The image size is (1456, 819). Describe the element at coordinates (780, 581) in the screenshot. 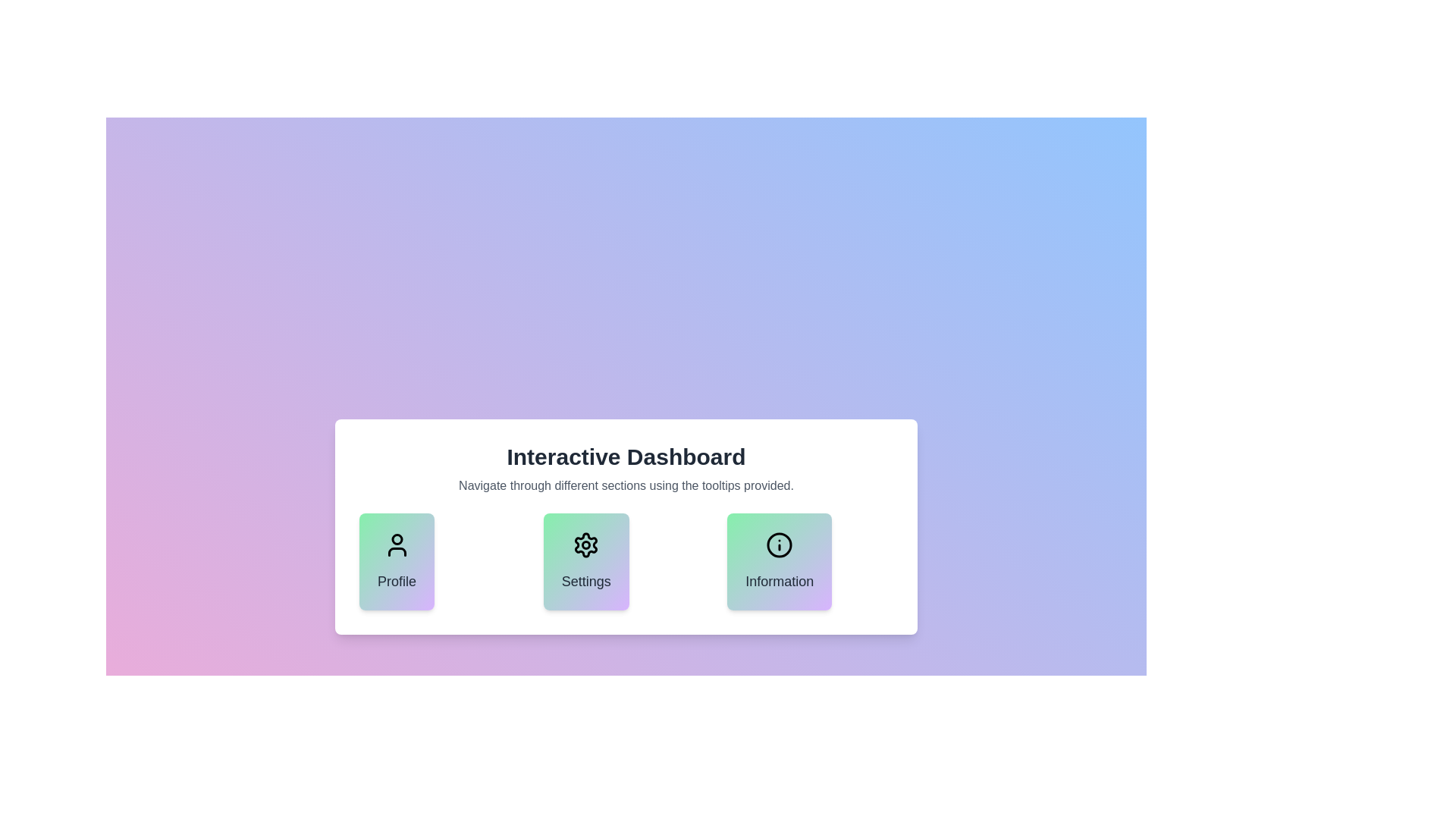

I see `the 'Information' text label, which is styled in bold font and located inside the colorful card on the right side of the row of three cards` at that location.